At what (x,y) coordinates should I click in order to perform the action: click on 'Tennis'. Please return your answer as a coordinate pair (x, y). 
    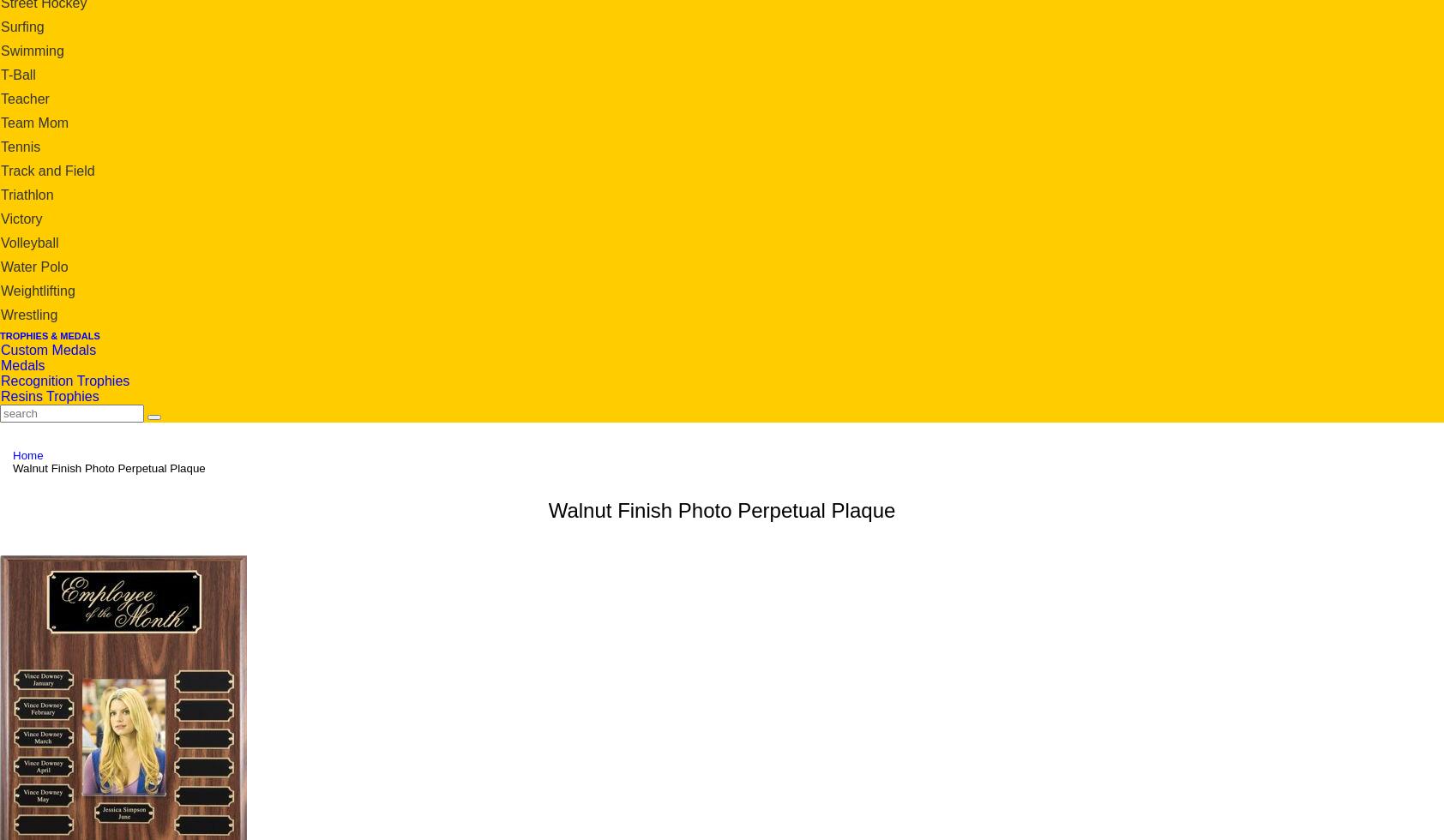
    Looking at the image, I should click on (20, 146).